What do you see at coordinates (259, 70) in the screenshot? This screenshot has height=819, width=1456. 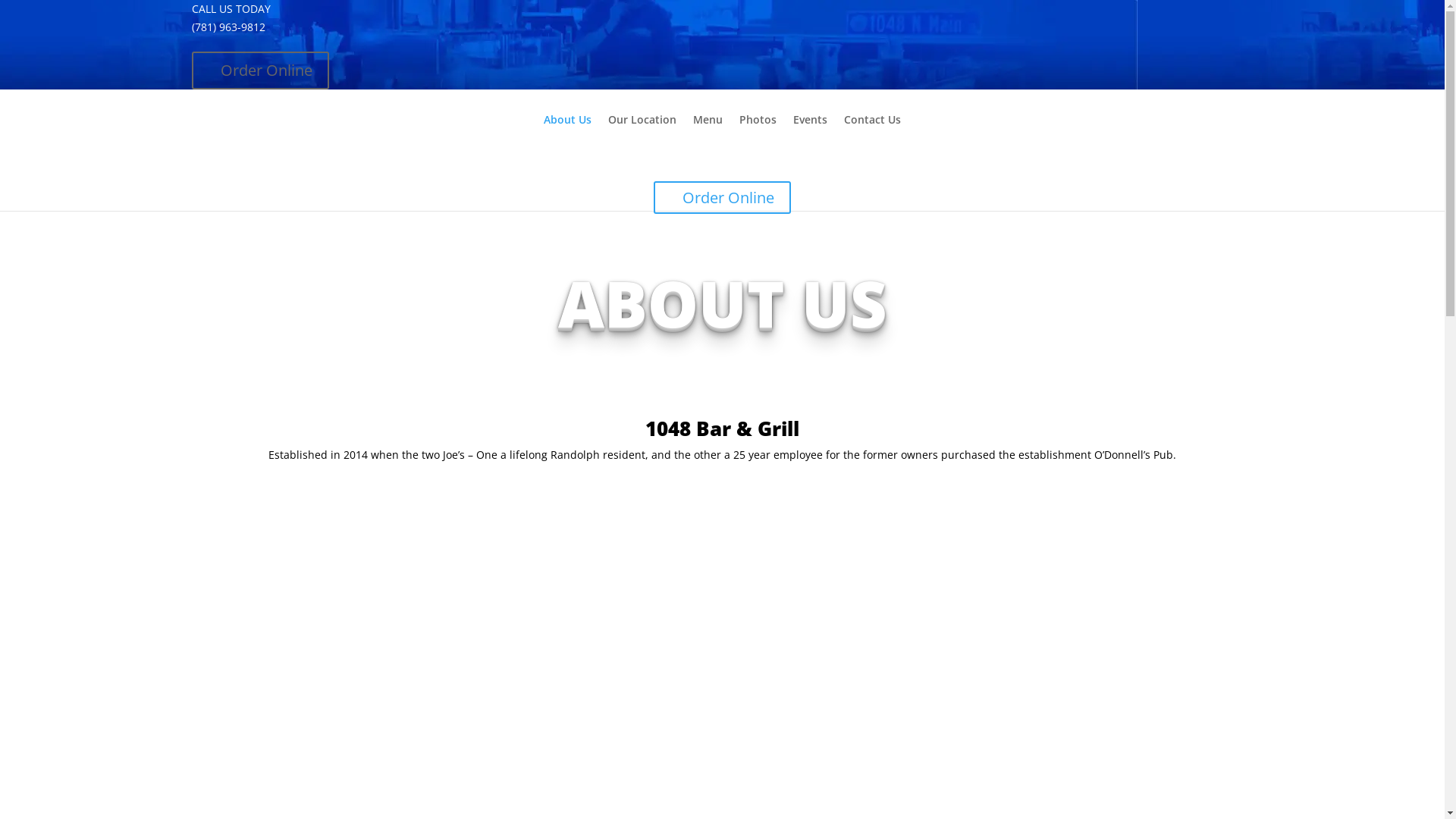 I see `'Order Online'` at bounding box center [259, 70].